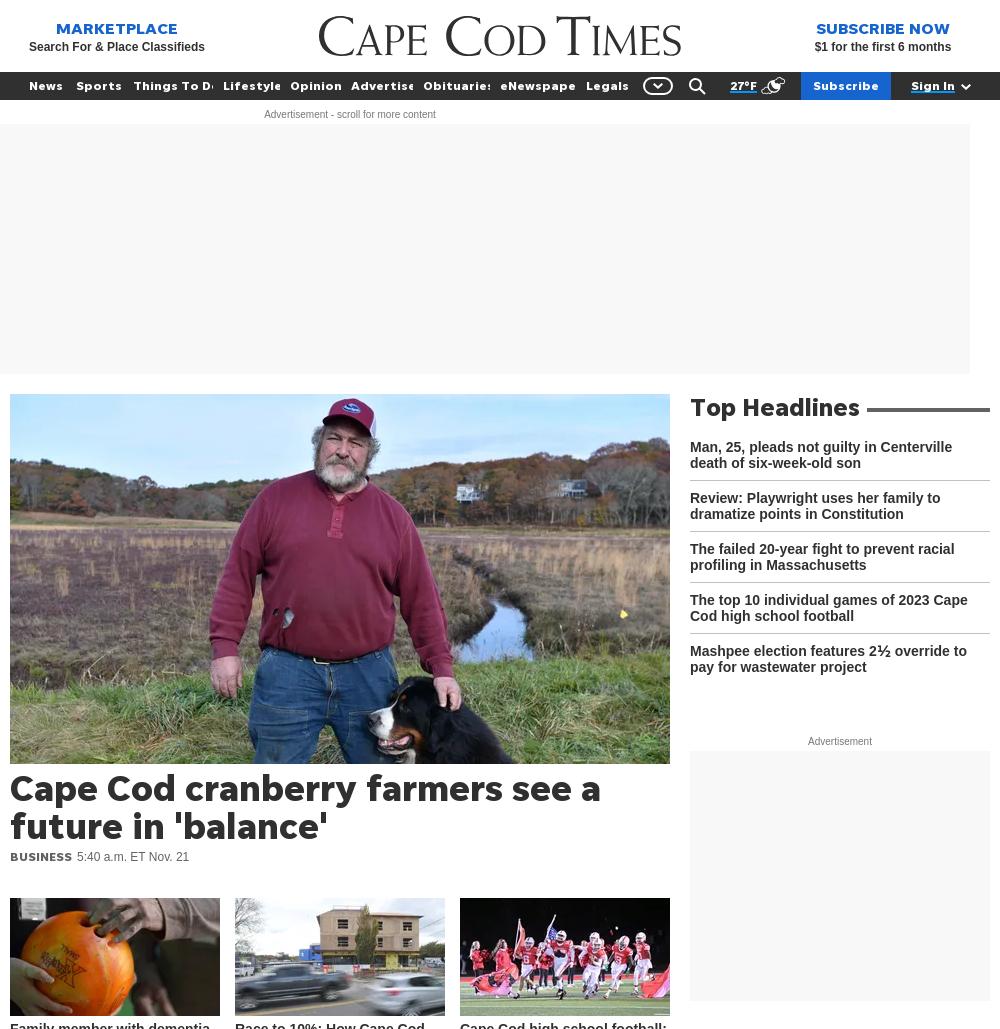  I want to click on 'Review: Playwright uses her family to dramatize points in Constitution', so click(814, 505).